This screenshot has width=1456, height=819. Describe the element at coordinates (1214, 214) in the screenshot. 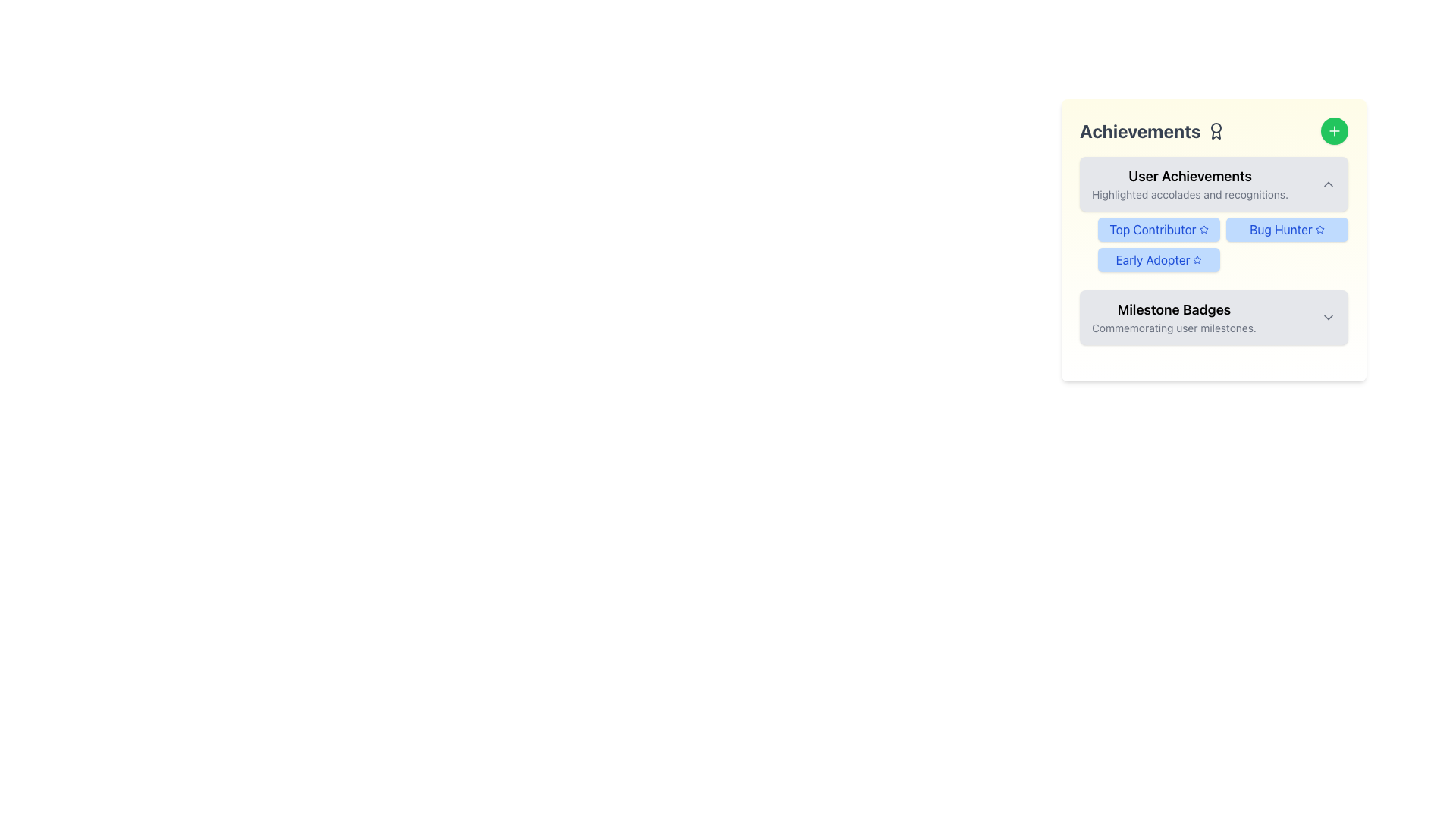

I see `the badge within the Information Panel that highlights user achievements, located under the 'Achievements' header` at that location.